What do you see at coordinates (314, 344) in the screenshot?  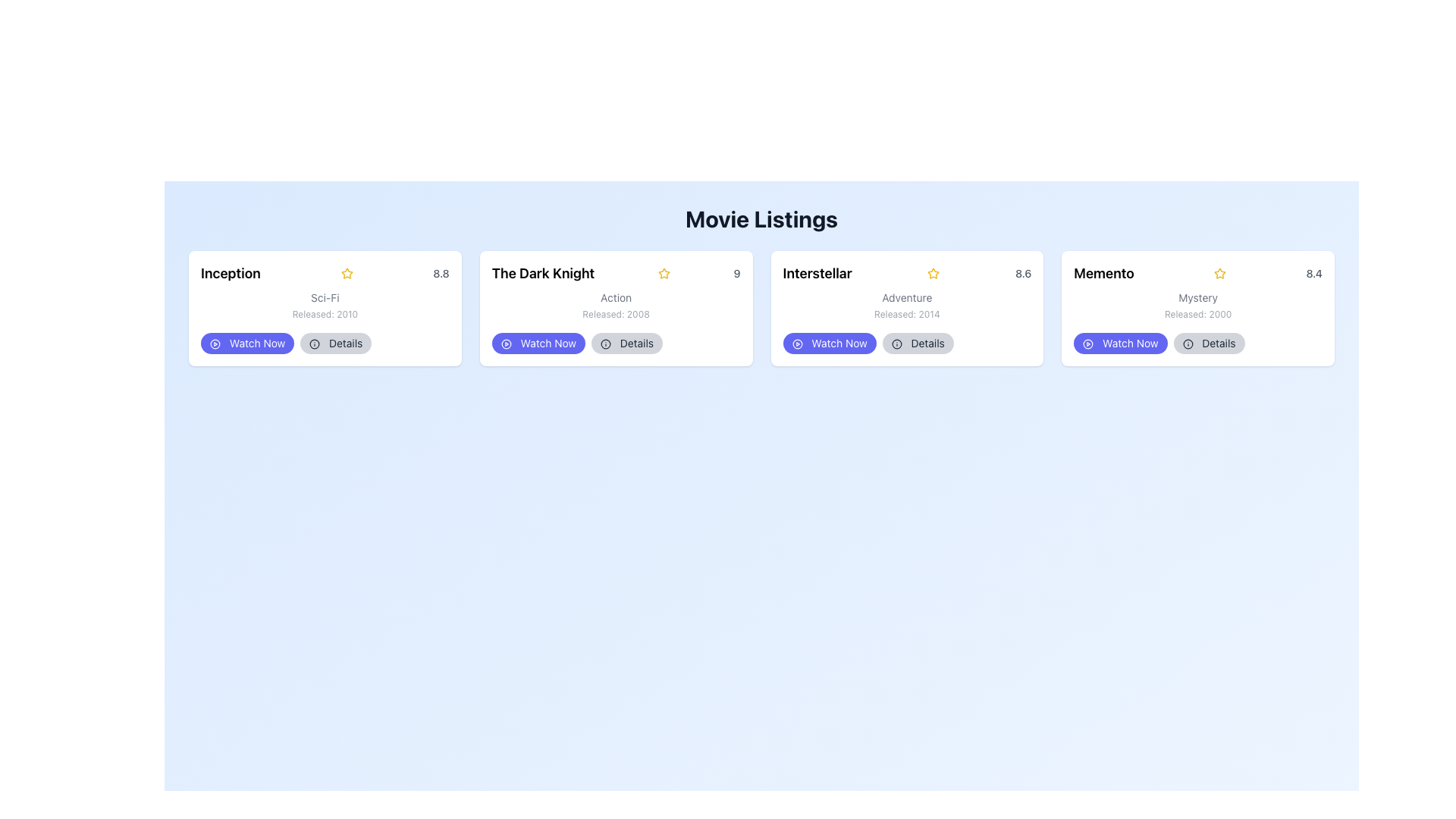 I see `the Icon located on the left of the 'Details' text in the first movie card at the top left corner of the layout` at bounding box center [314, 344].